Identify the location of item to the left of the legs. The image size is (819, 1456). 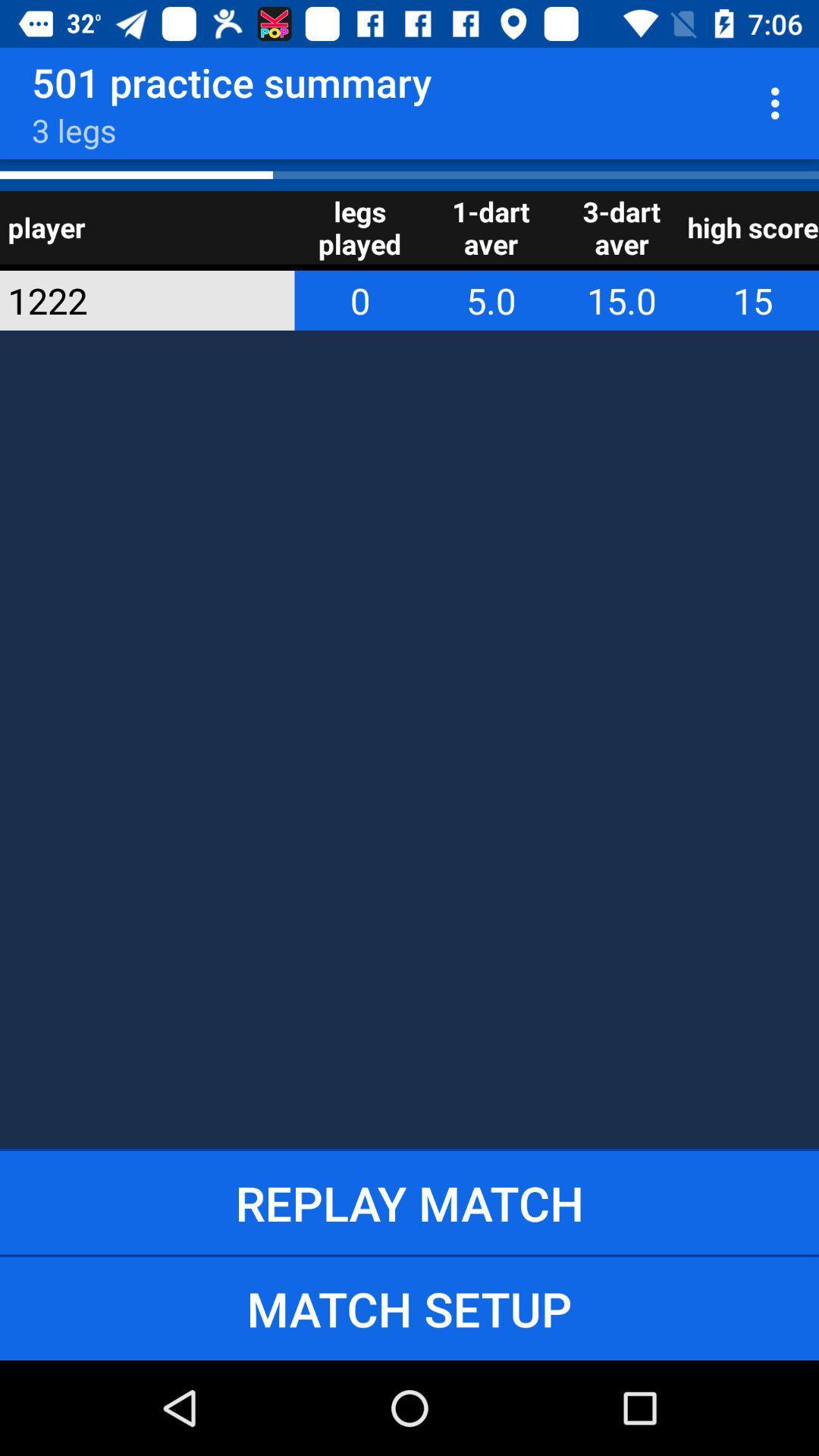
(126, 300).